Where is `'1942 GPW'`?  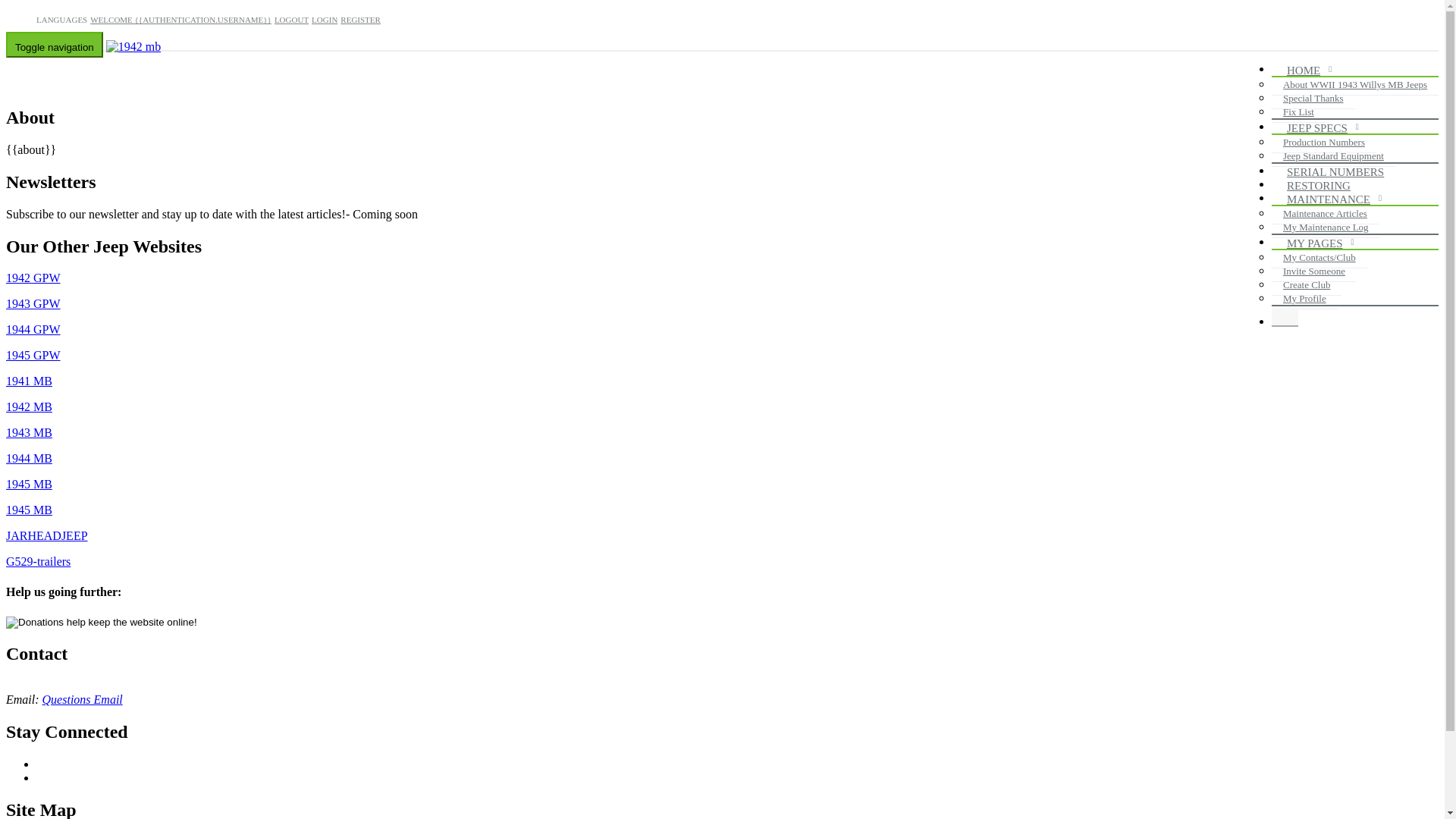
'1942 GPW' is located at coordinates (33, 278).